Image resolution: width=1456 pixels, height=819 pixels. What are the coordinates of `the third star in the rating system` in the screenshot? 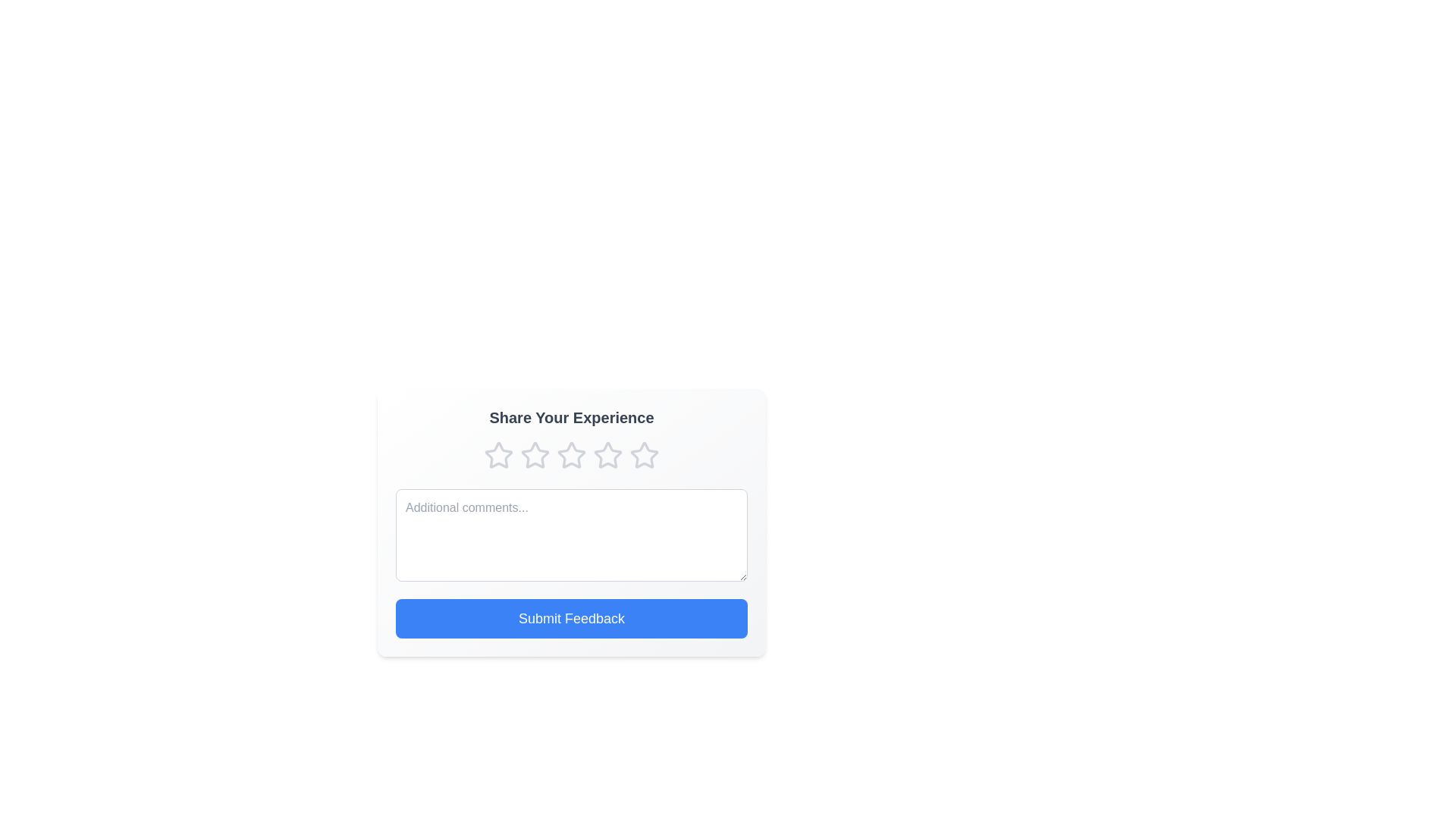 It's located at (535, 455).